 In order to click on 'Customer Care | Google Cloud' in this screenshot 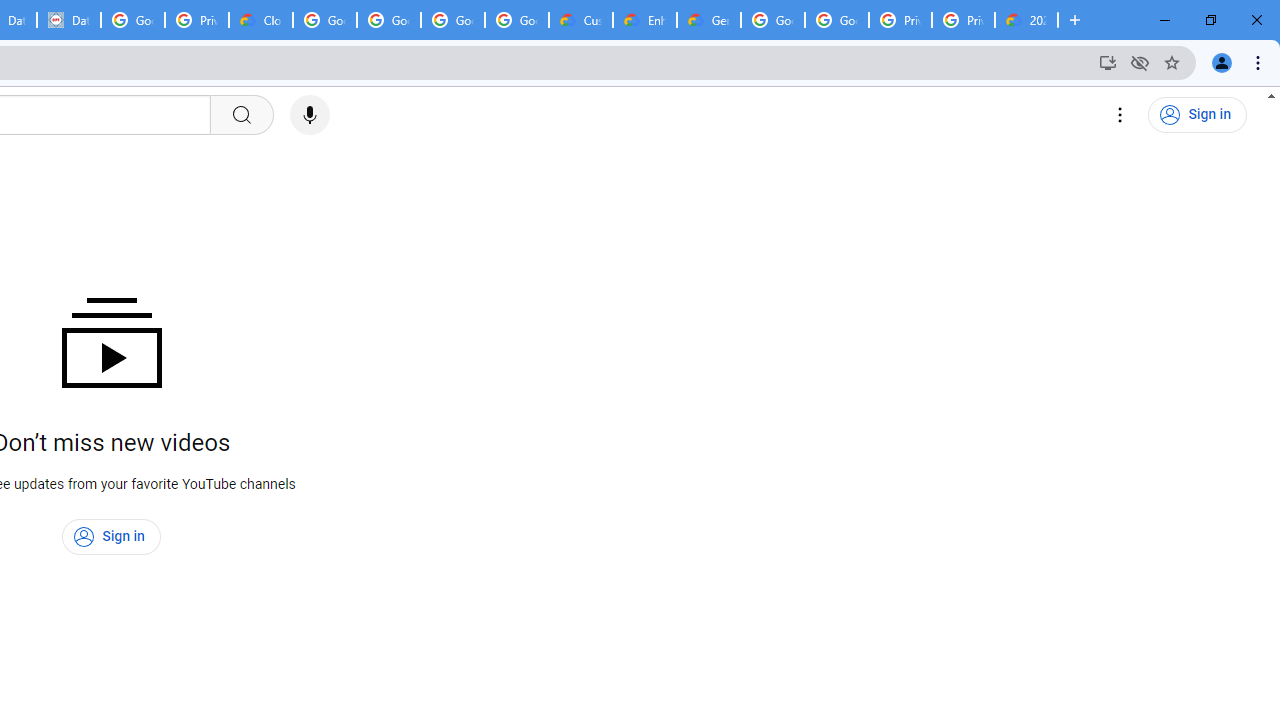, I will do `click(580, 20)`.